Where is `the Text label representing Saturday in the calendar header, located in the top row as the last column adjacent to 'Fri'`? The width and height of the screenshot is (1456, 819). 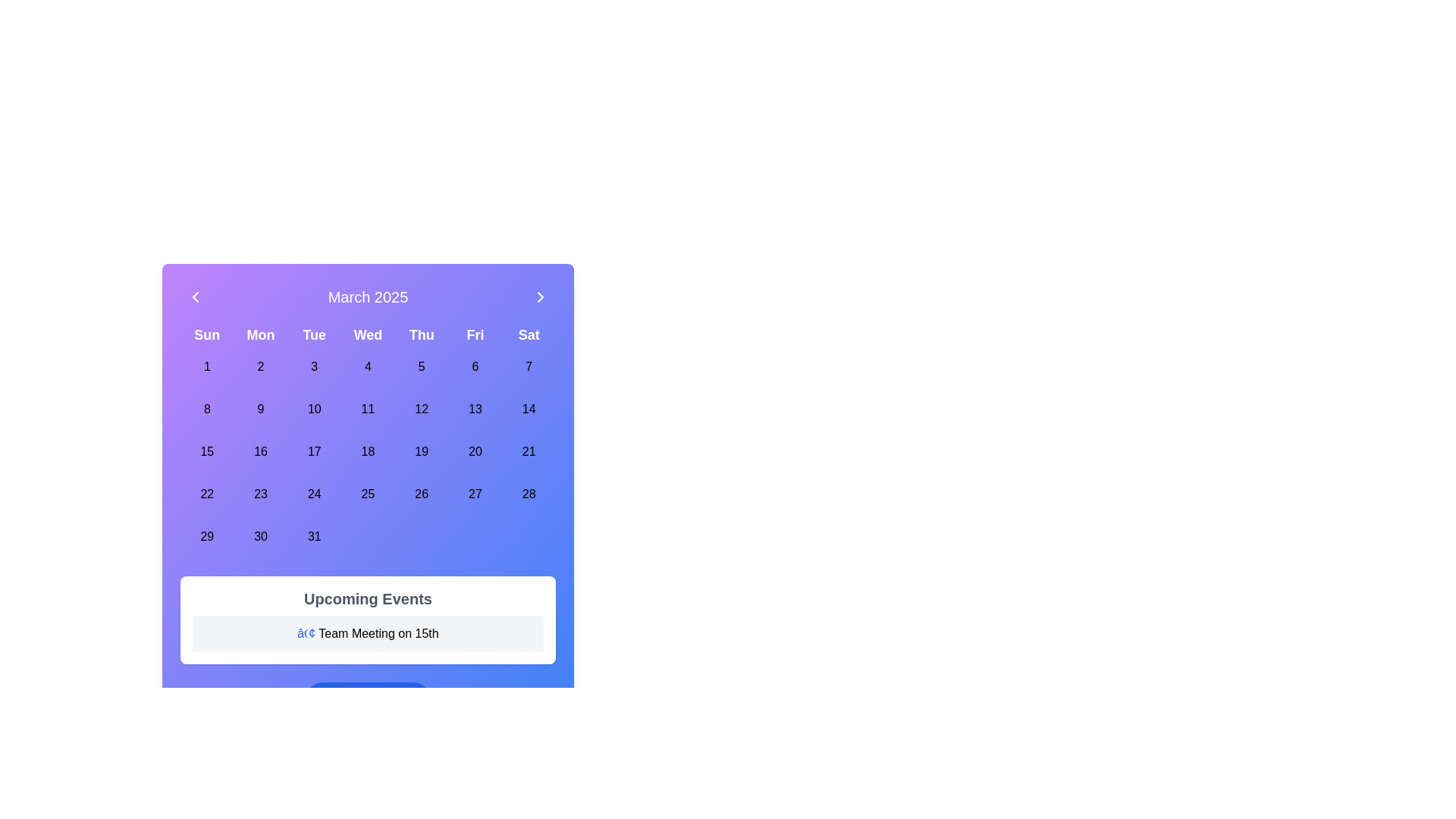 the Text label representing Saturday in the calendar header, located in the top row as the last column adjacent to 'Fri' is located at coordinates (529, 334).